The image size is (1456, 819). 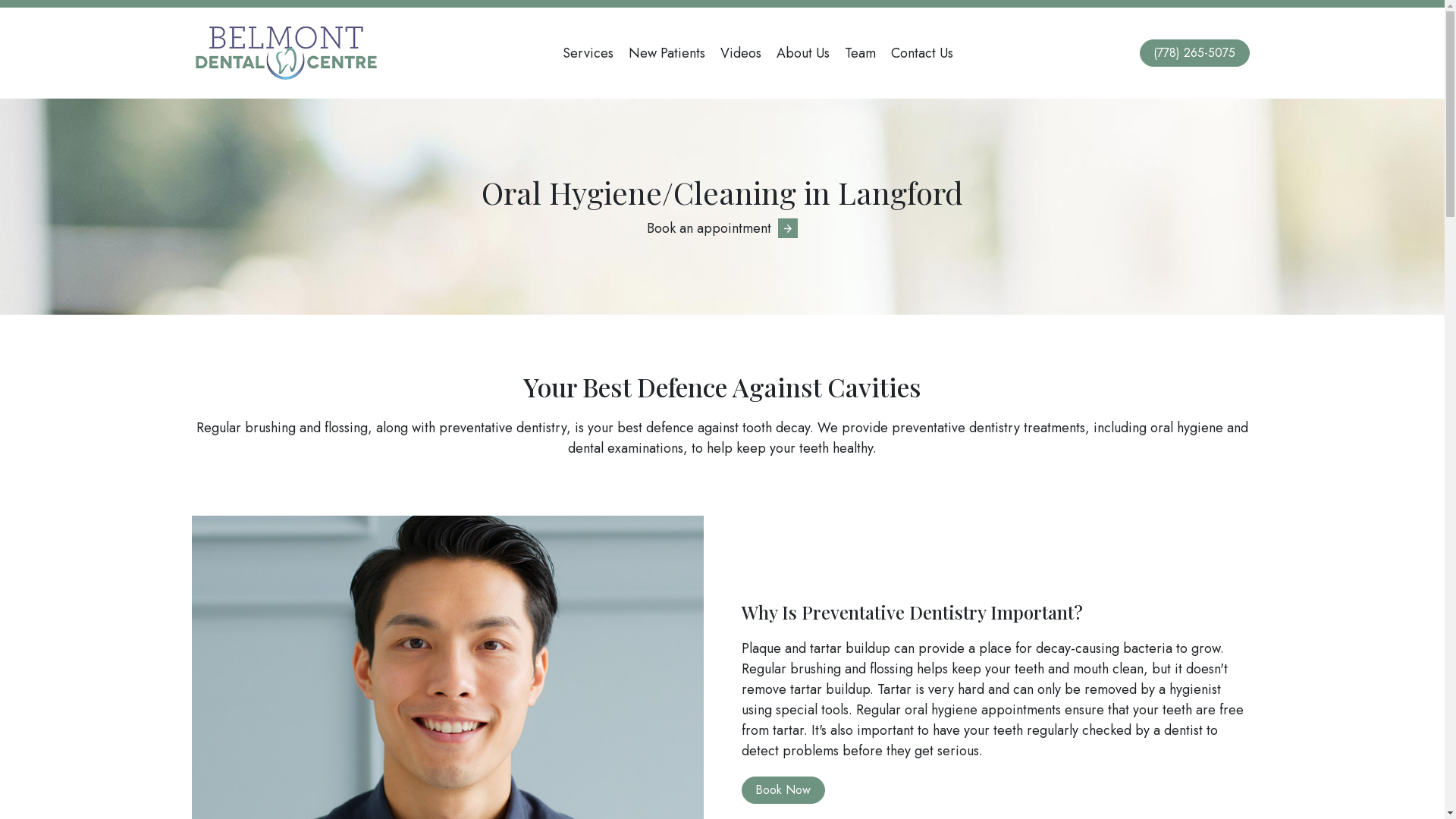 What do you see at coordinates (1193, 52) in the screenshot?
I see `'(778) 265-5075'` at bounding box center [1193, 52].